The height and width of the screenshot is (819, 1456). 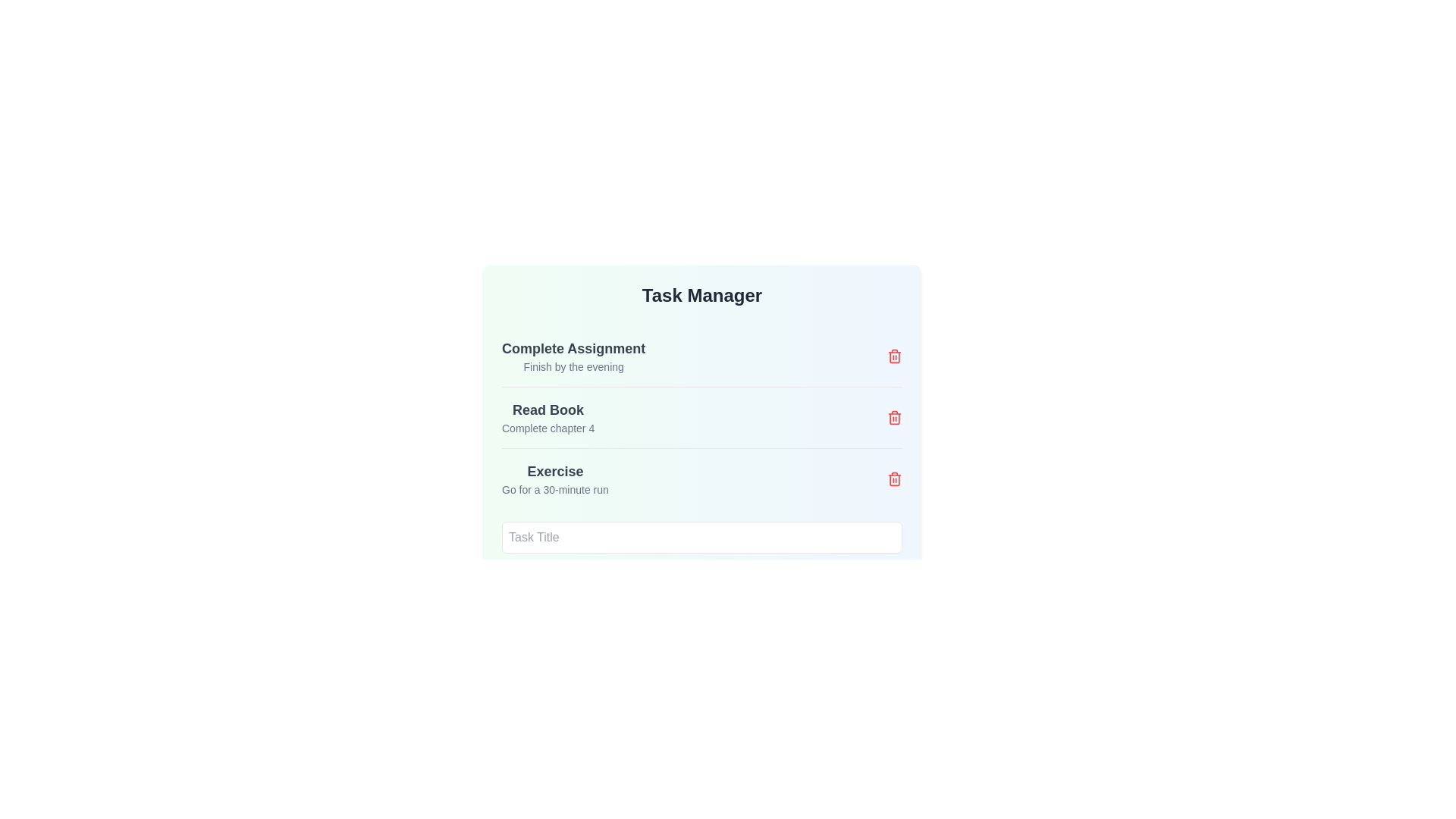 What do you see at coordinates (573, 366) in the screenshot?
I see `the text label displaying 'Finish by the evening', which is styled in gray and positioned directly beneath the task title 'Complete Assignment'` at bounding box center [573, 366].